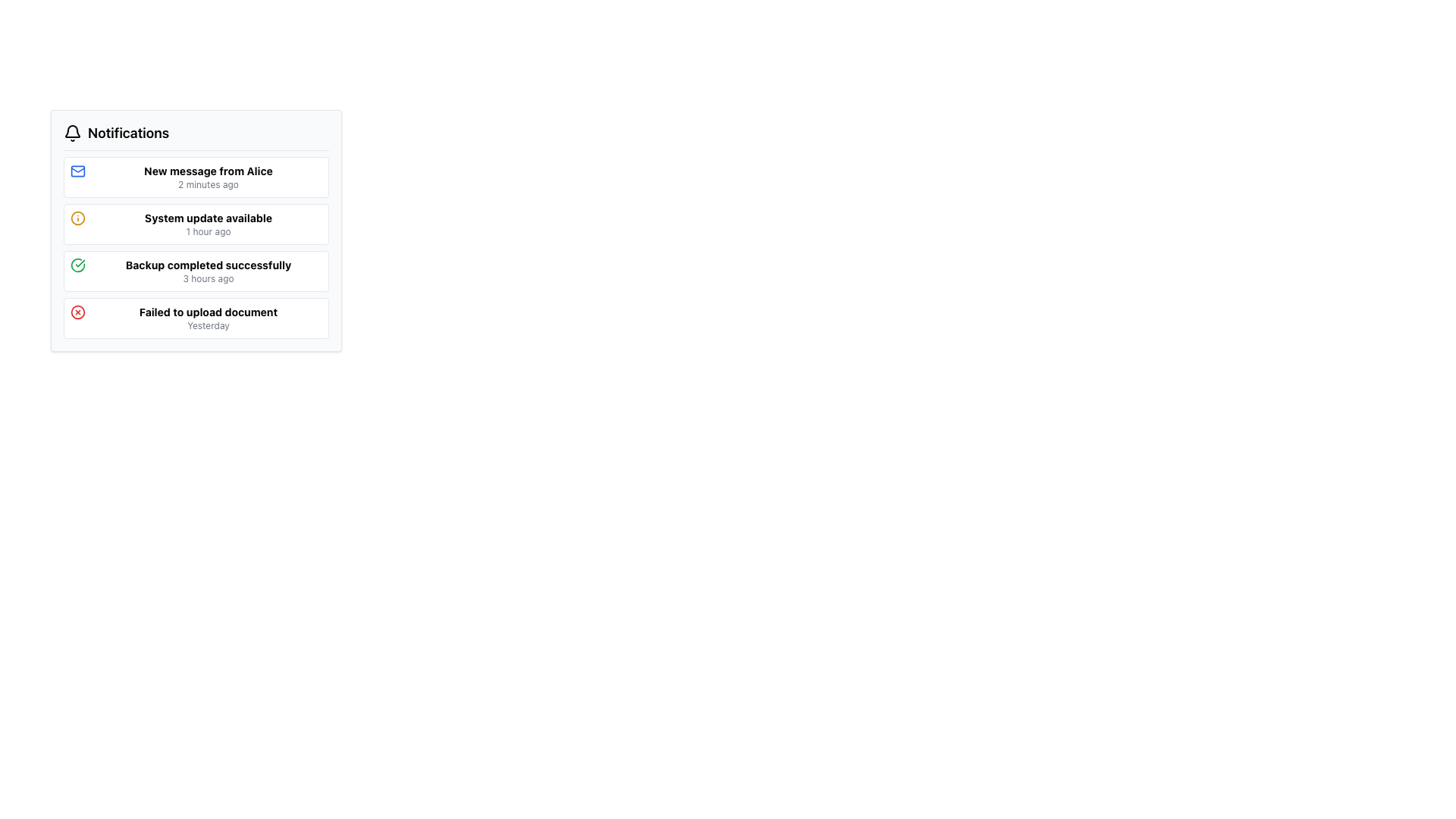 This screenshot has width=1456, height=819. What do you see at coordinates (77, 169) in the screenshot?
I see `the triangular line forming the top section of the envelope icon in the Notifications panel, which serves as a visual indicator for email or messages` at bounding box center [77, 169].